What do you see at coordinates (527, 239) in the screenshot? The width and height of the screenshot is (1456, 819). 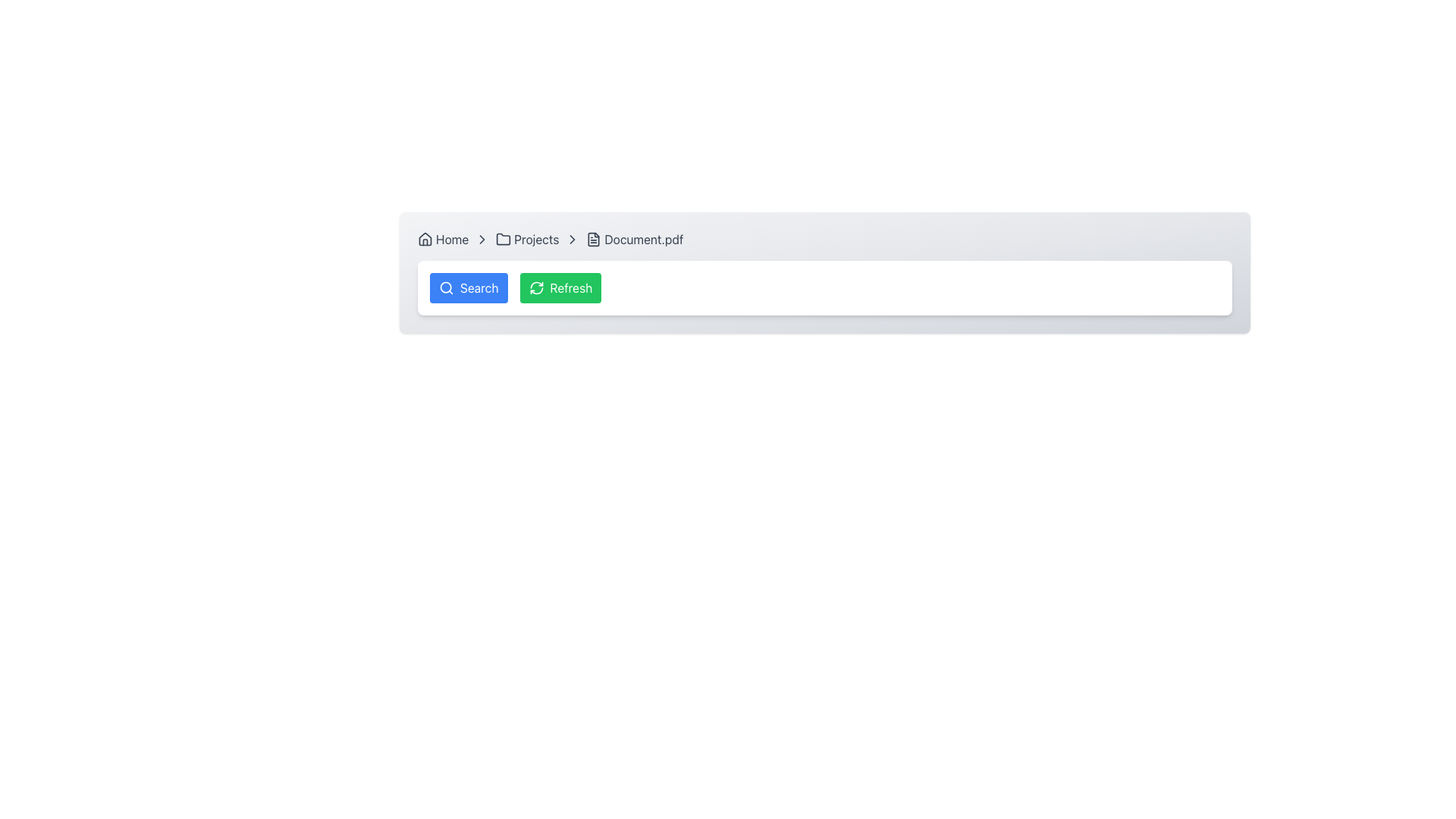 I see `the 'Projects' navigation link in the breadcrumb bar` at bounding box center [527, 239].